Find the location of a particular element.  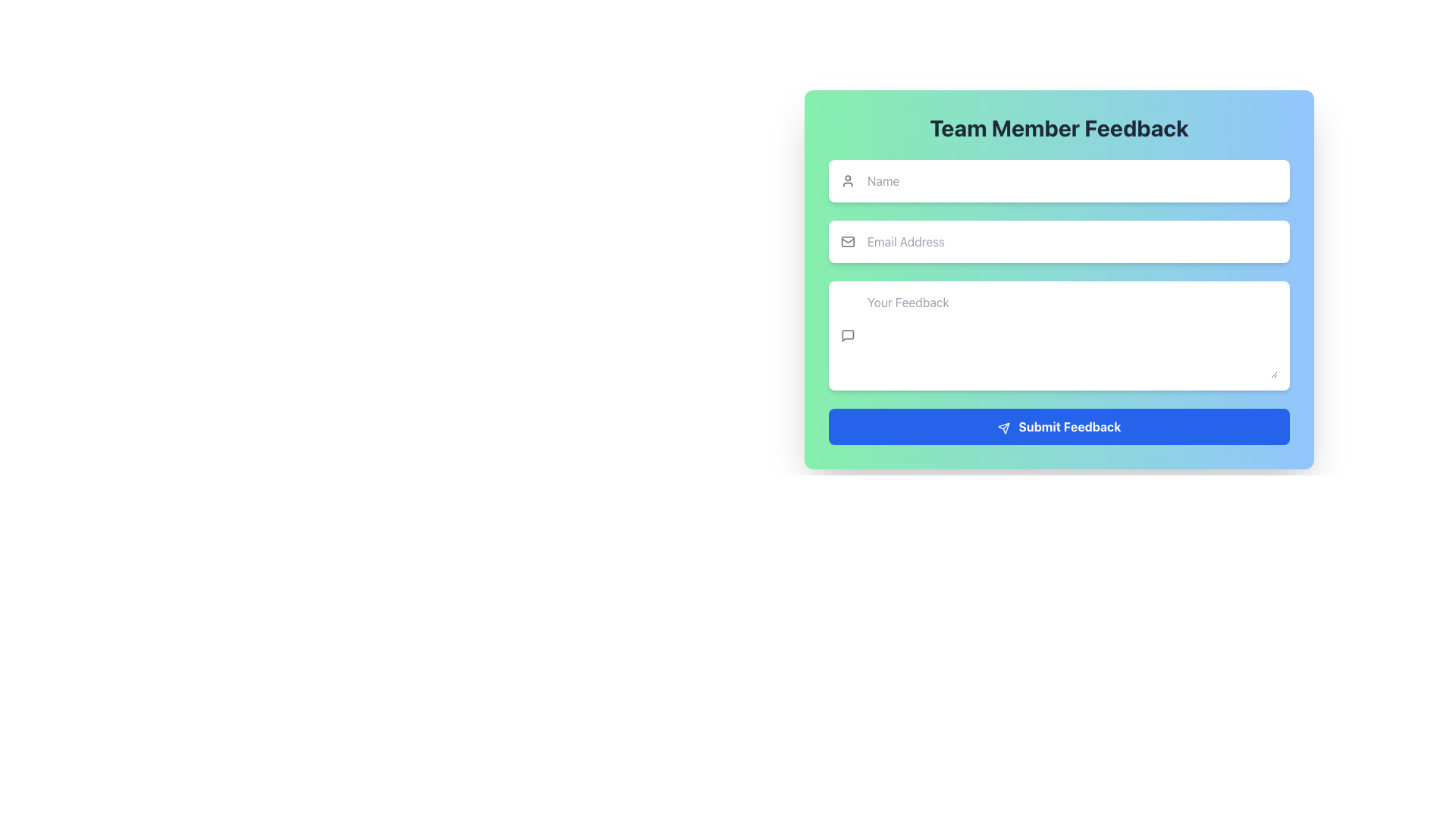

the 'send' icon located on the left side of the 'Submit Feedback' button at the bottom of the form is located at coordinates (1003, 428).